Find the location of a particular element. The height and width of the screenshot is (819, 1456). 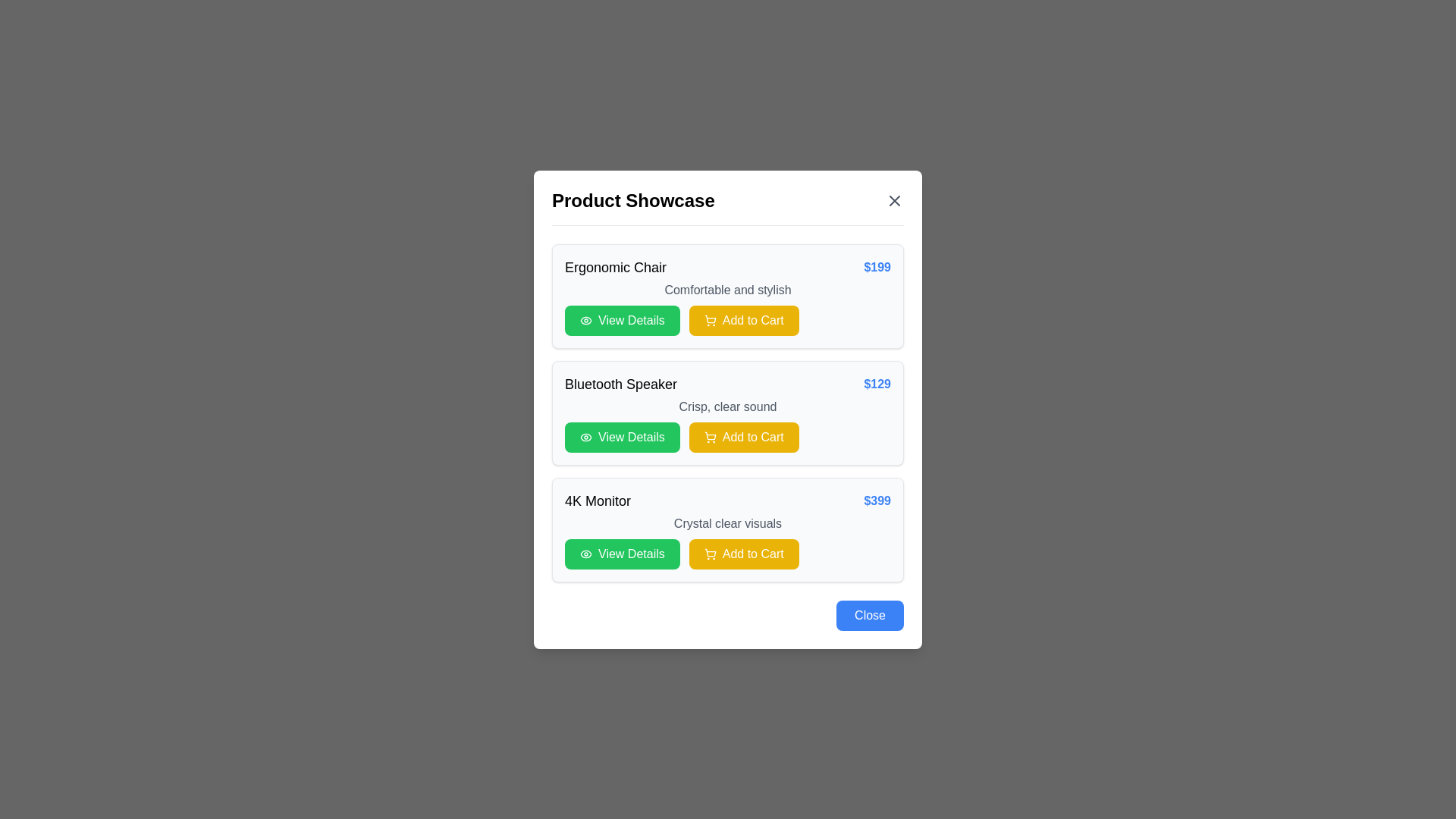

the text label within the 'Add to Cart' button located to the right of the shopping cart icon is located at coordinates (753, 437).